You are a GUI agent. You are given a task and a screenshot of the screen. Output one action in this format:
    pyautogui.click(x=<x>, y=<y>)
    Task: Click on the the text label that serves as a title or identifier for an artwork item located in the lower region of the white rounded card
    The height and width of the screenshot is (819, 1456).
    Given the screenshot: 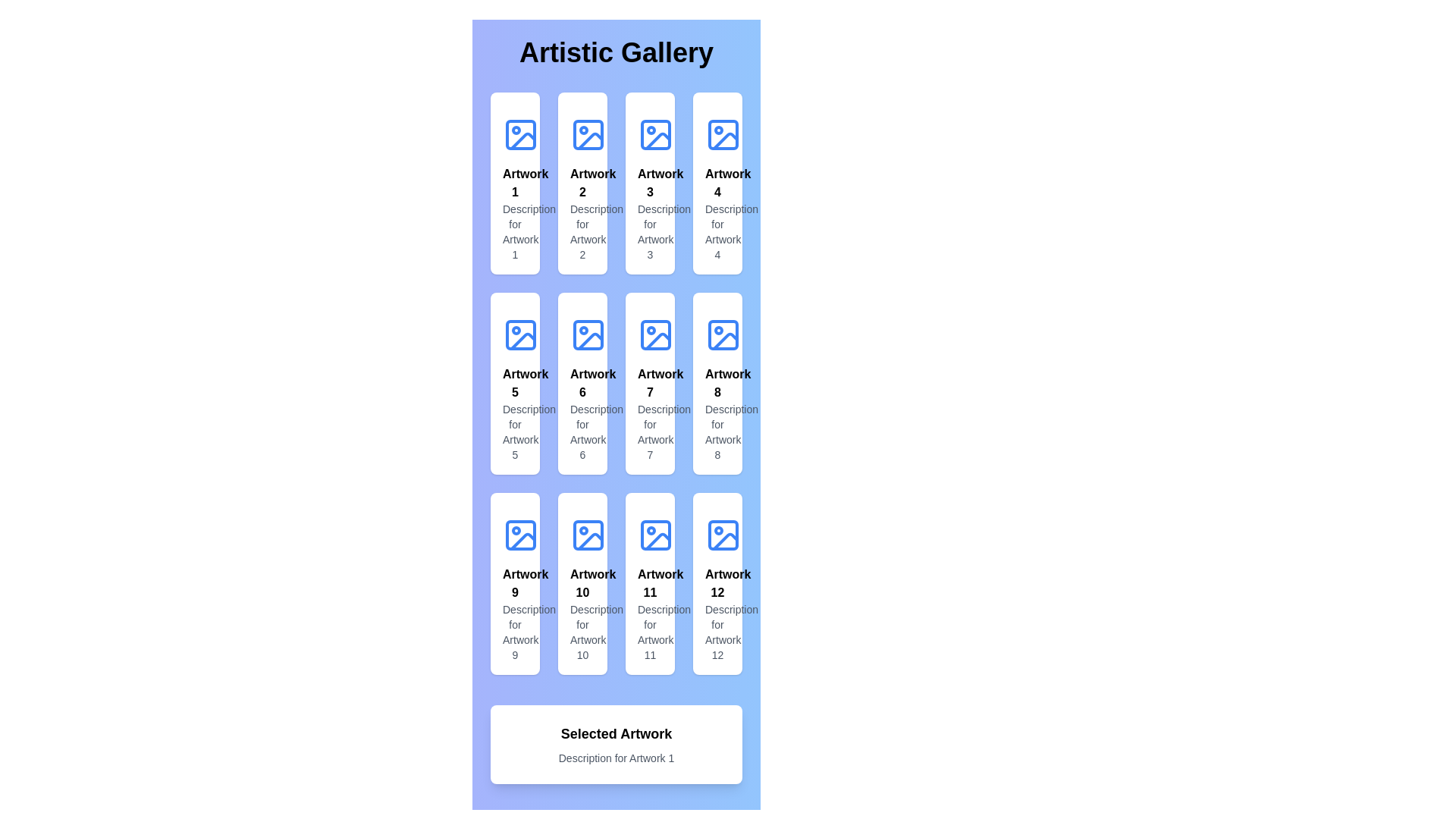 What is the action you would take?
    pyautogui.click(x=582, y=583)
    